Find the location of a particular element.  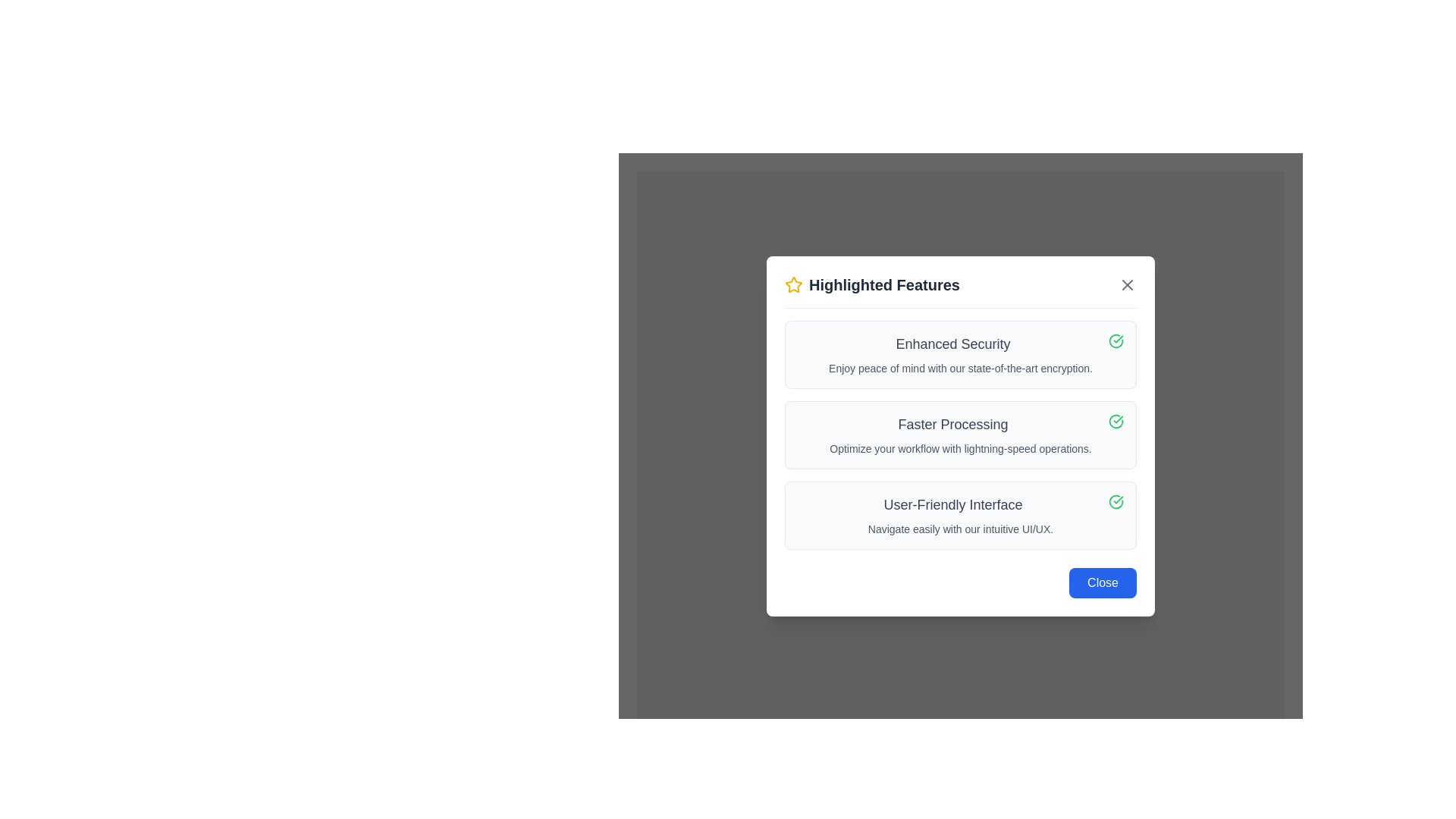

the descriptive text that reads 'Optimize your workflow with lightning-speed operations.' located below the header 'Faster Processing' in the second section card of the modal is located at coordinates (960, 447).